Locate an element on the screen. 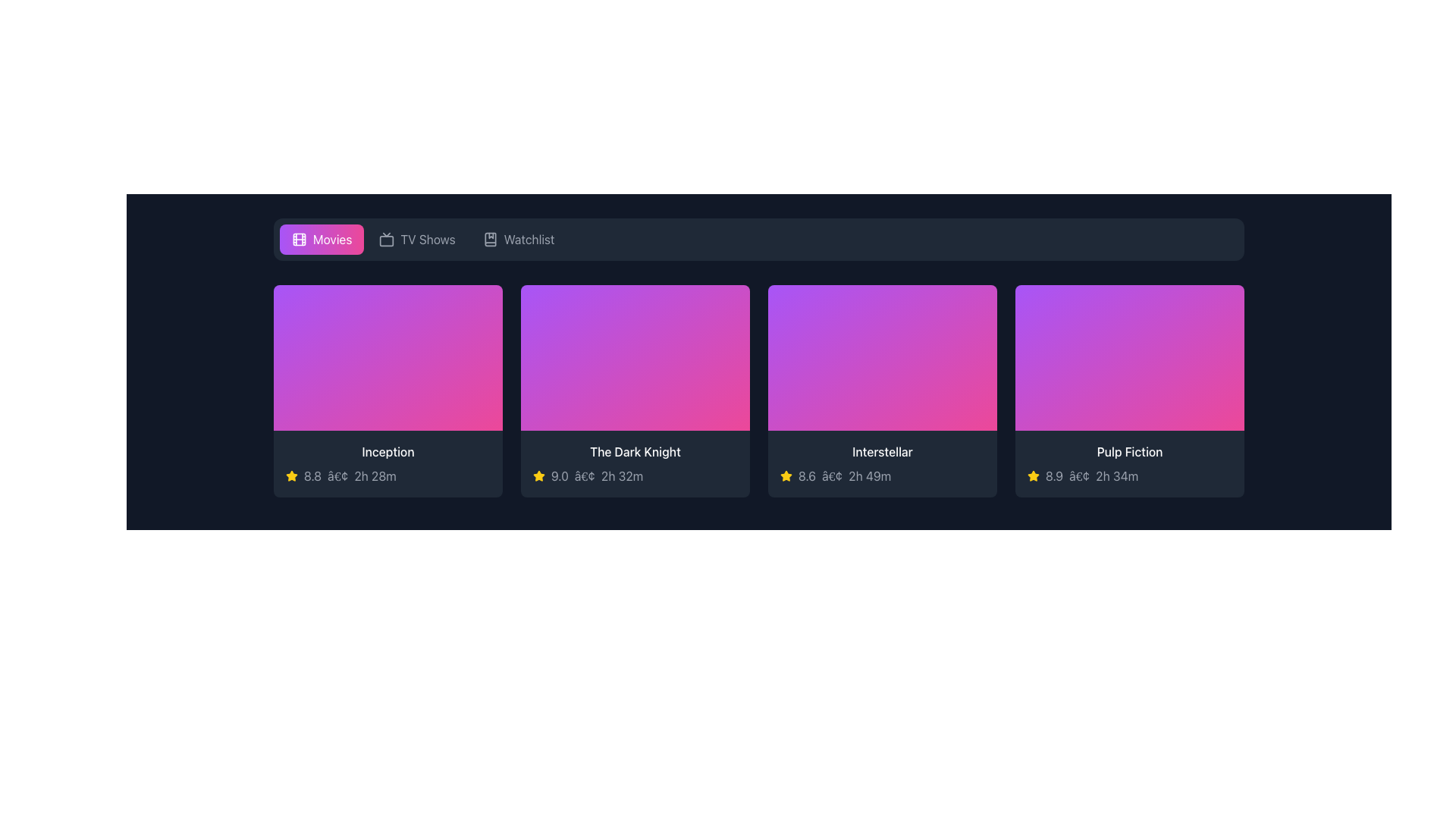 Image resolution: width=1456 pixels, height=819 pixels. the decorative background area of the 'Pulp Fiction' card, which is a rectangular area with a gradient background transitioning from purple to pink, located at the top section of the fourth movie card is located at coordinates (1129, 357).